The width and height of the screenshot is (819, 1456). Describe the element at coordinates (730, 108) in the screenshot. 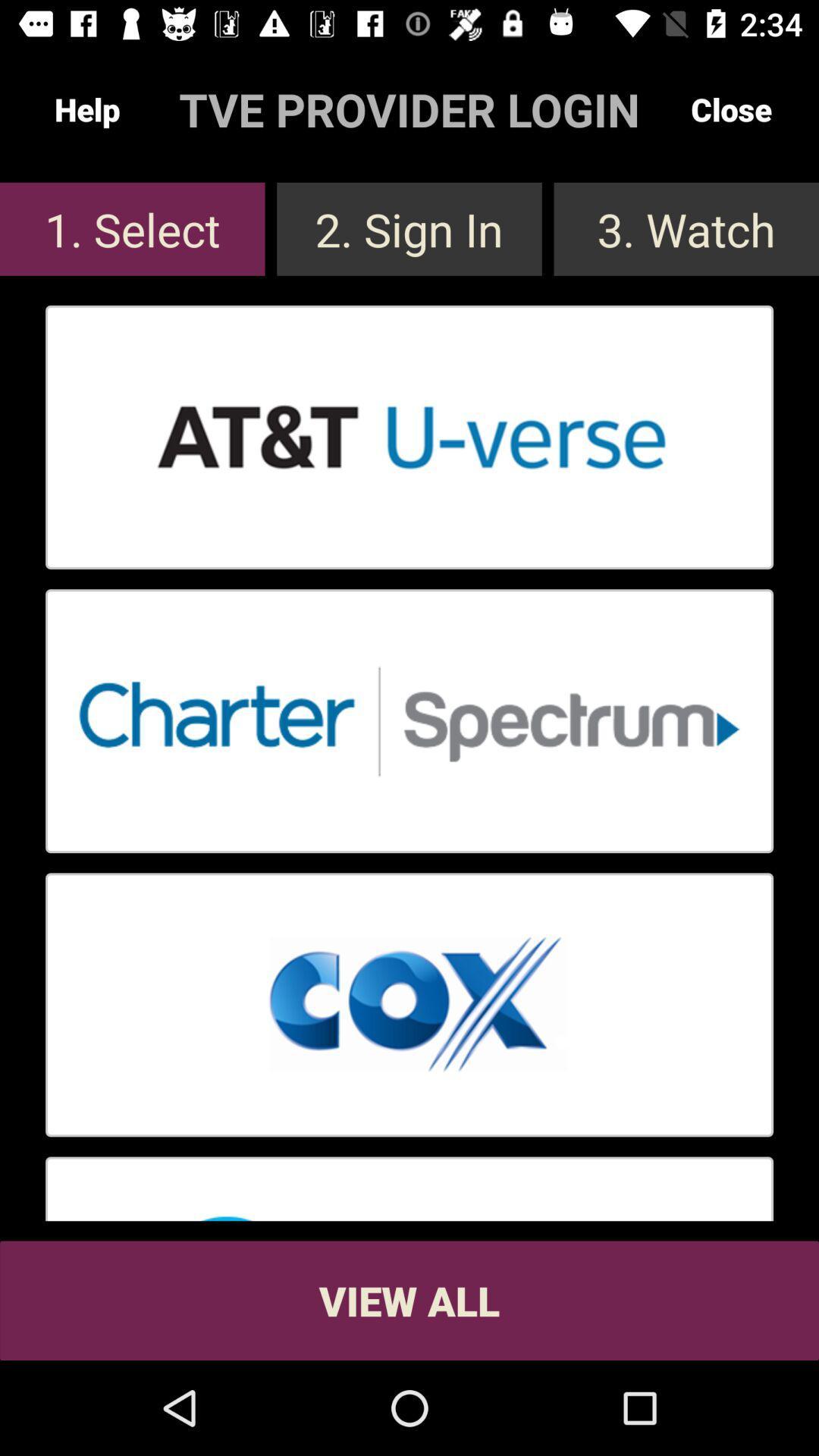

I see `the item to the right of tve provider login item` at that location.